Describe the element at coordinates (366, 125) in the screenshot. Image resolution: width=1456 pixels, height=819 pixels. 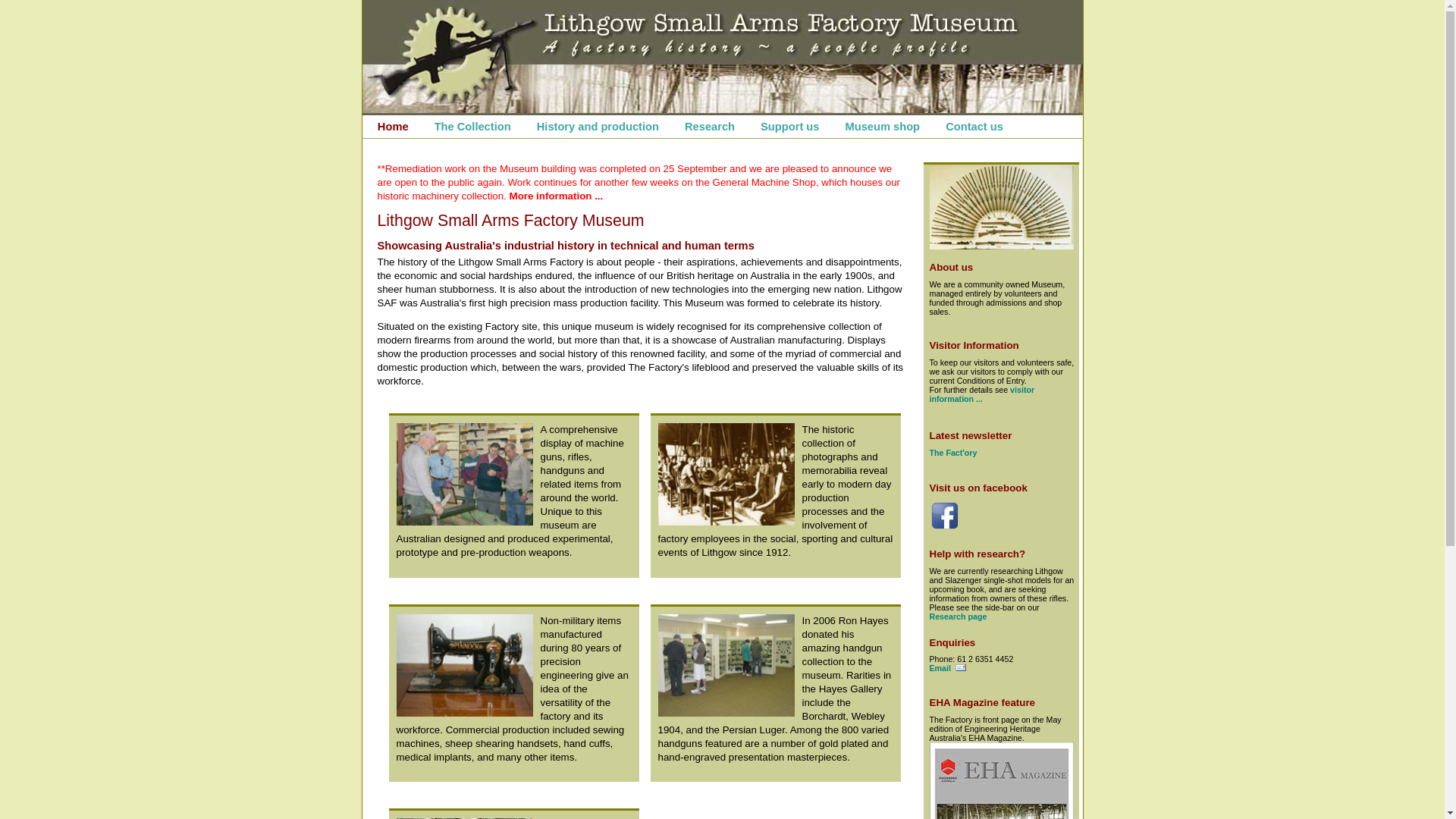
I see `'Home'` at that location.